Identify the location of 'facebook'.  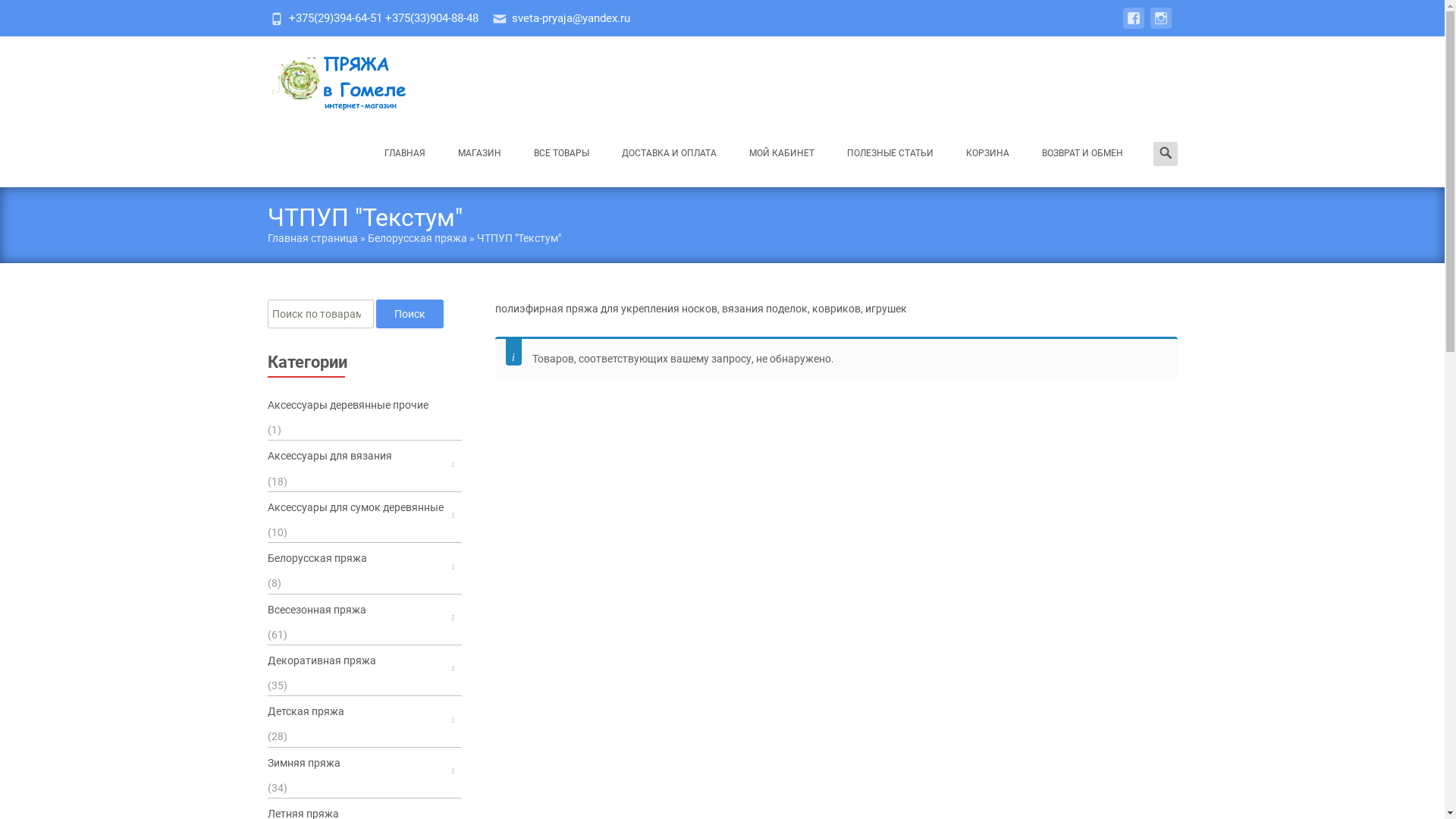
(1122, 26).